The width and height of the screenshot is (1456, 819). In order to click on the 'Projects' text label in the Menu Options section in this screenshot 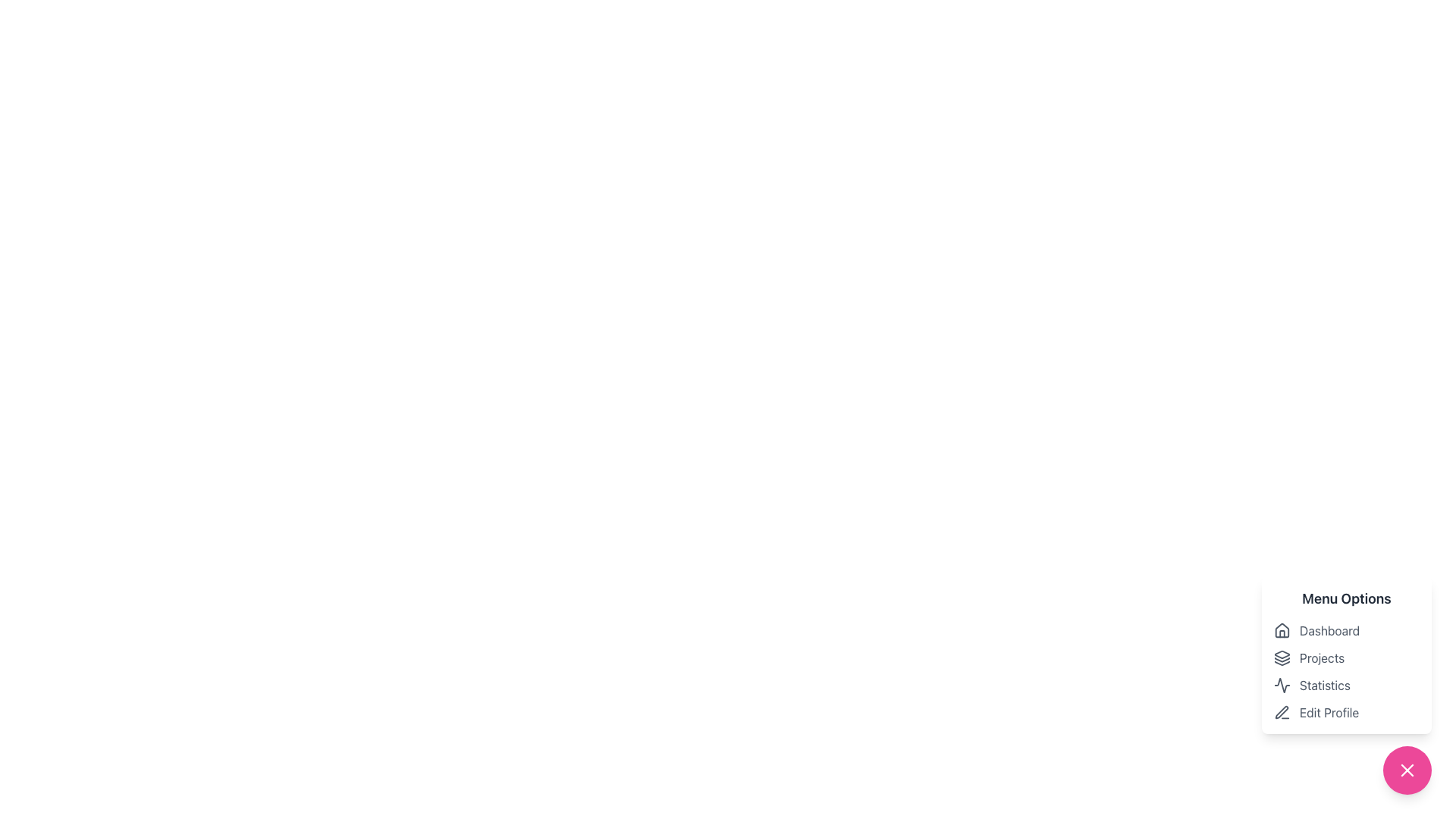, I will do `click(1321, 657)`.